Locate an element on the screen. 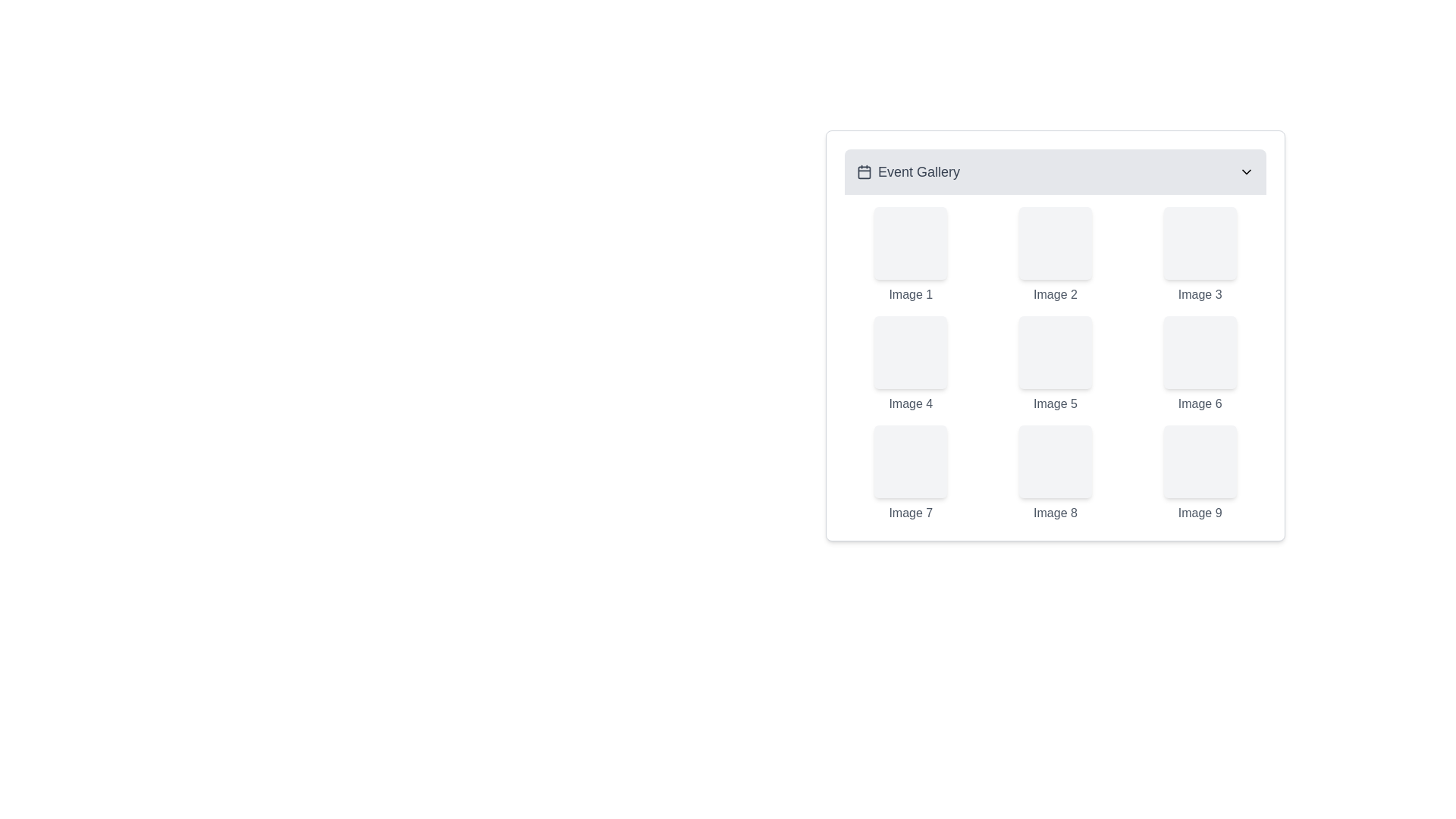  text label displaying 'Image 8', which is styled with a light gray color and is positioned directly underneath the corresponding thumbnail image in the grid layout is located at coordinates (1055, 513).